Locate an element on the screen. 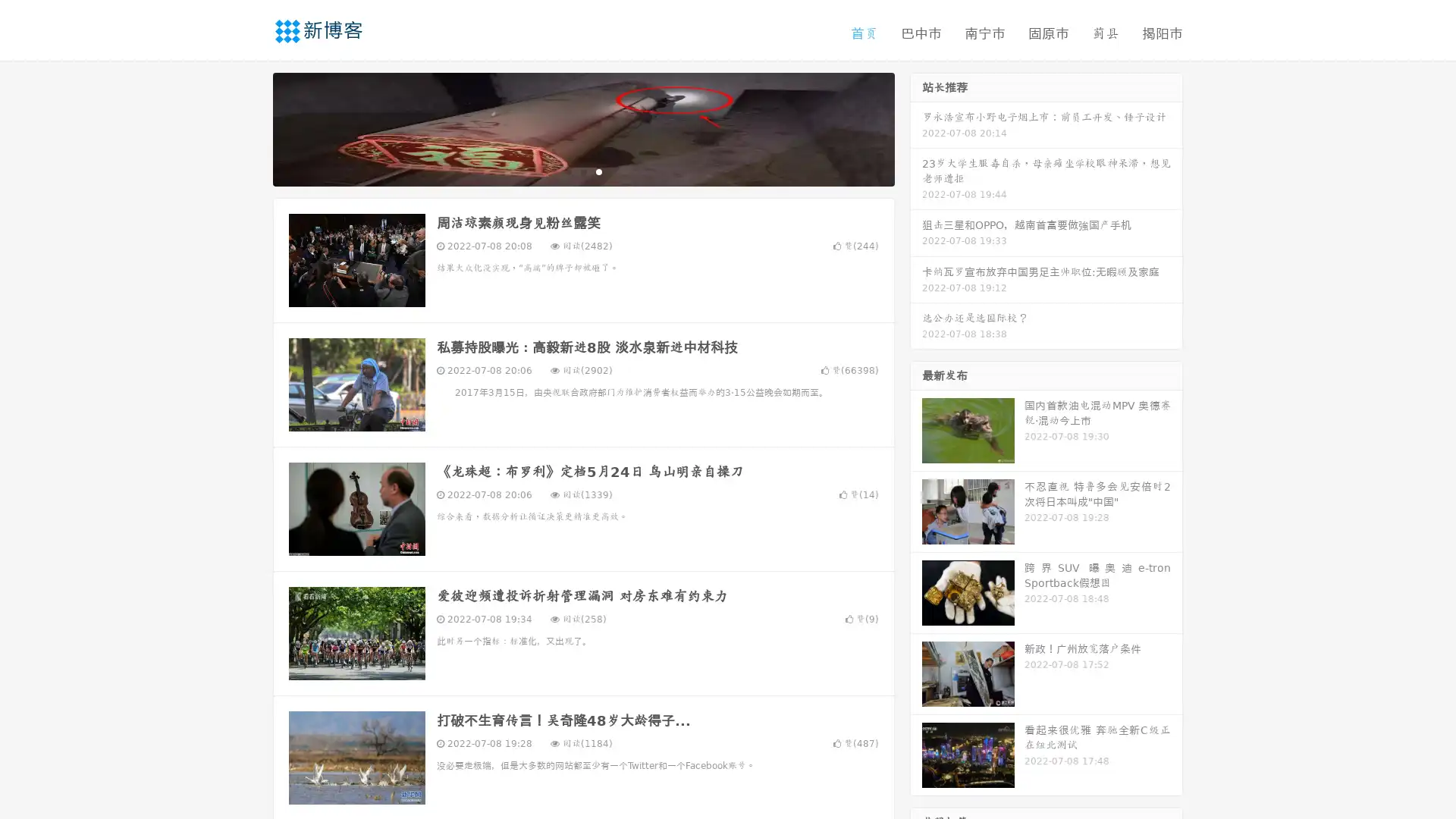  Go to slide 3 is located at coordinates (598, 171).